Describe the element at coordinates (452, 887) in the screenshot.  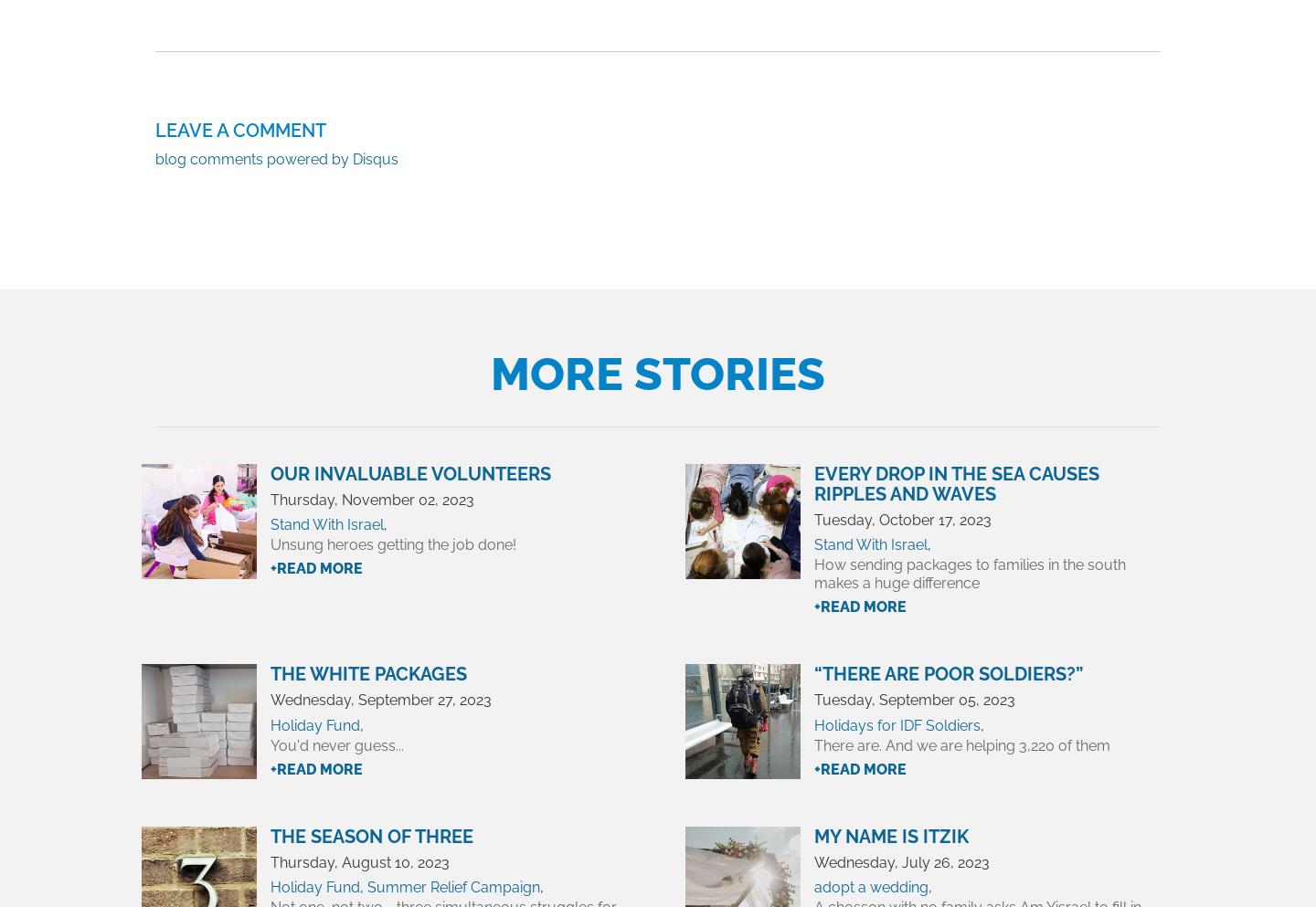
I see `'Summer Relief Campaign'` at that location.